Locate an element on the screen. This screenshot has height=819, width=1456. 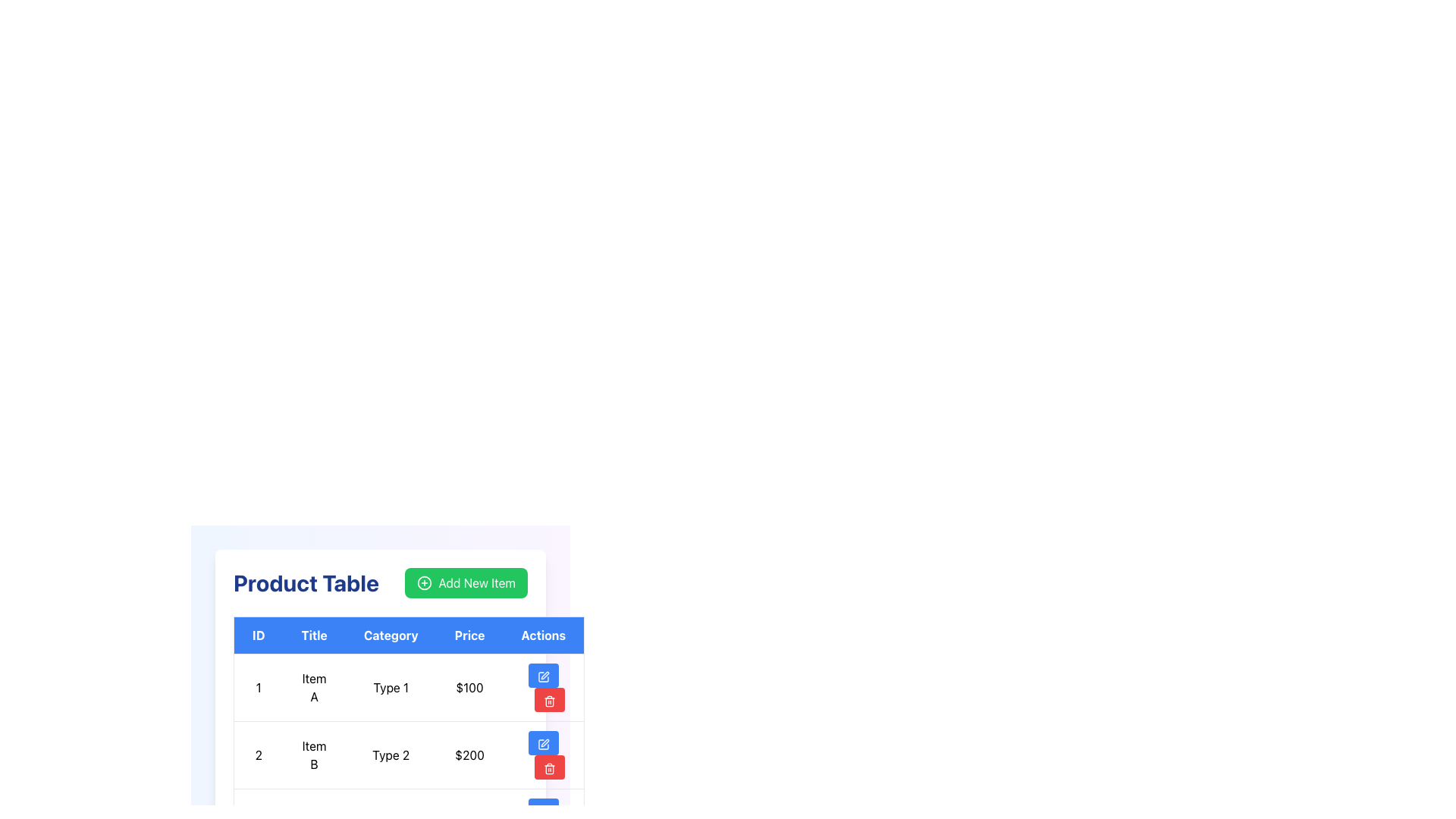
the static text element in the third column of the second row of the 'Product Table', which displays the category information for 'Item B' is located at coordinates (391, 755).